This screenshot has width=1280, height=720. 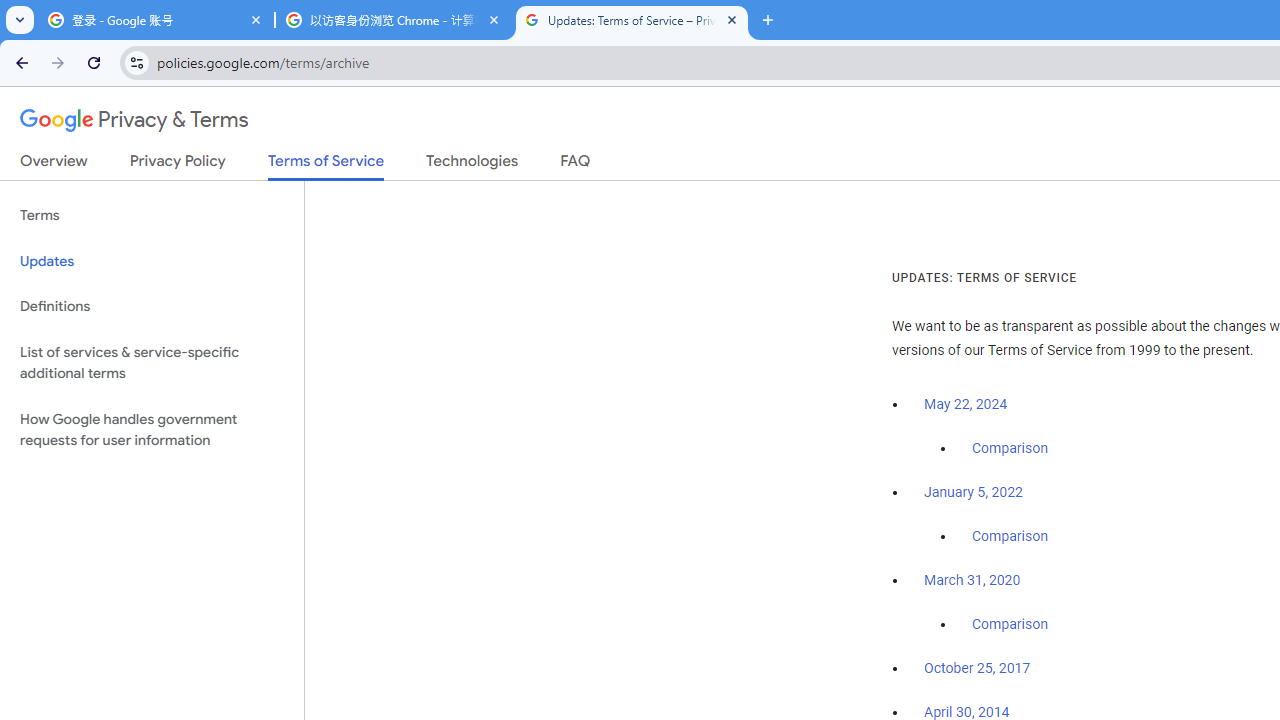 What do you see at coordinates (972, 580) in the screenshot?
I see `'March 31, 2020'` at bounding box center [972, 580].